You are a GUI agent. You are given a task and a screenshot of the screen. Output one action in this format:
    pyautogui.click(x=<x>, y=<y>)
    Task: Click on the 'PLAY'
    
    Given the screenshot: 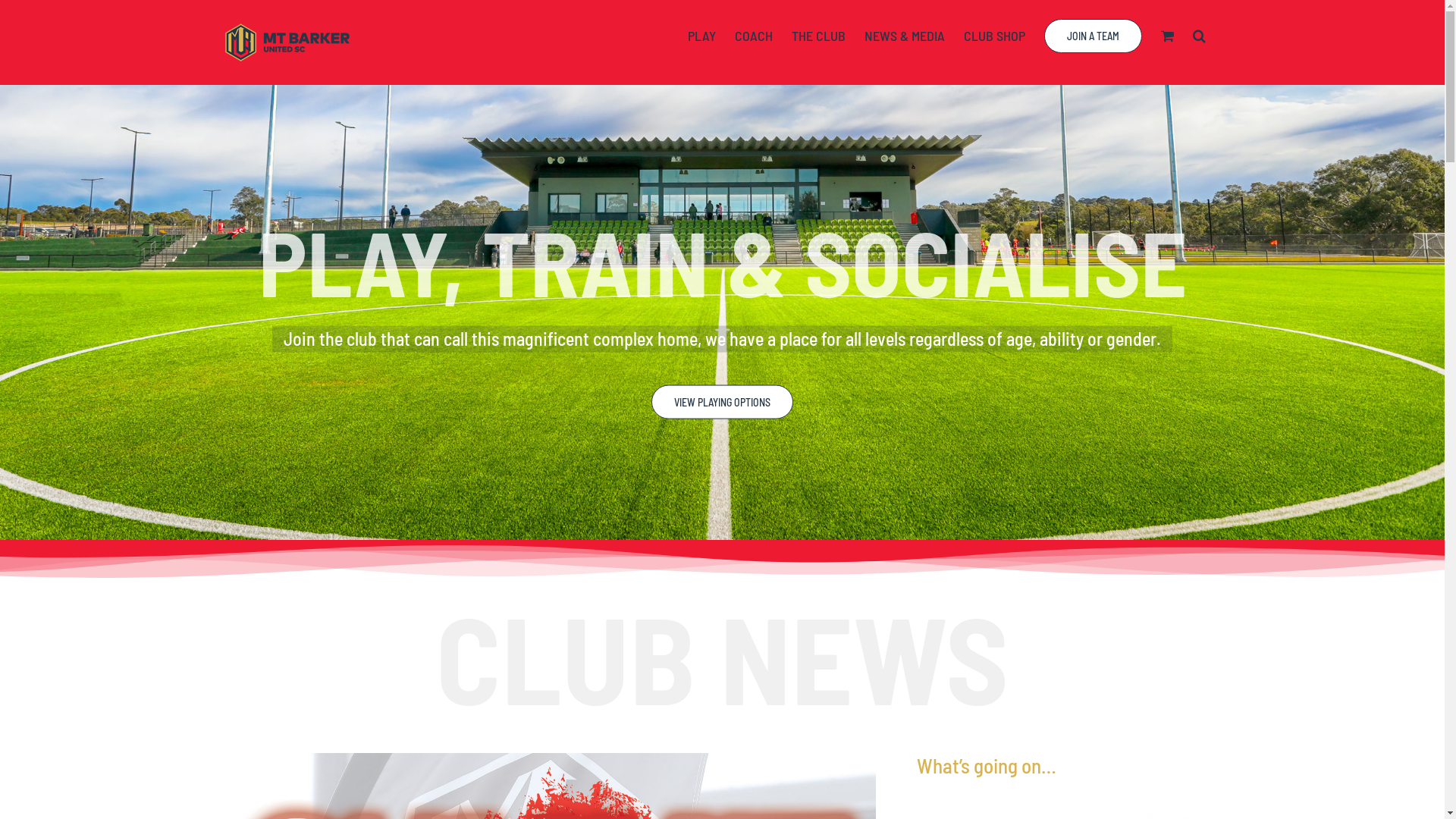 What is the action you would take?
    pyautogui.click(x=701, y=34)
    